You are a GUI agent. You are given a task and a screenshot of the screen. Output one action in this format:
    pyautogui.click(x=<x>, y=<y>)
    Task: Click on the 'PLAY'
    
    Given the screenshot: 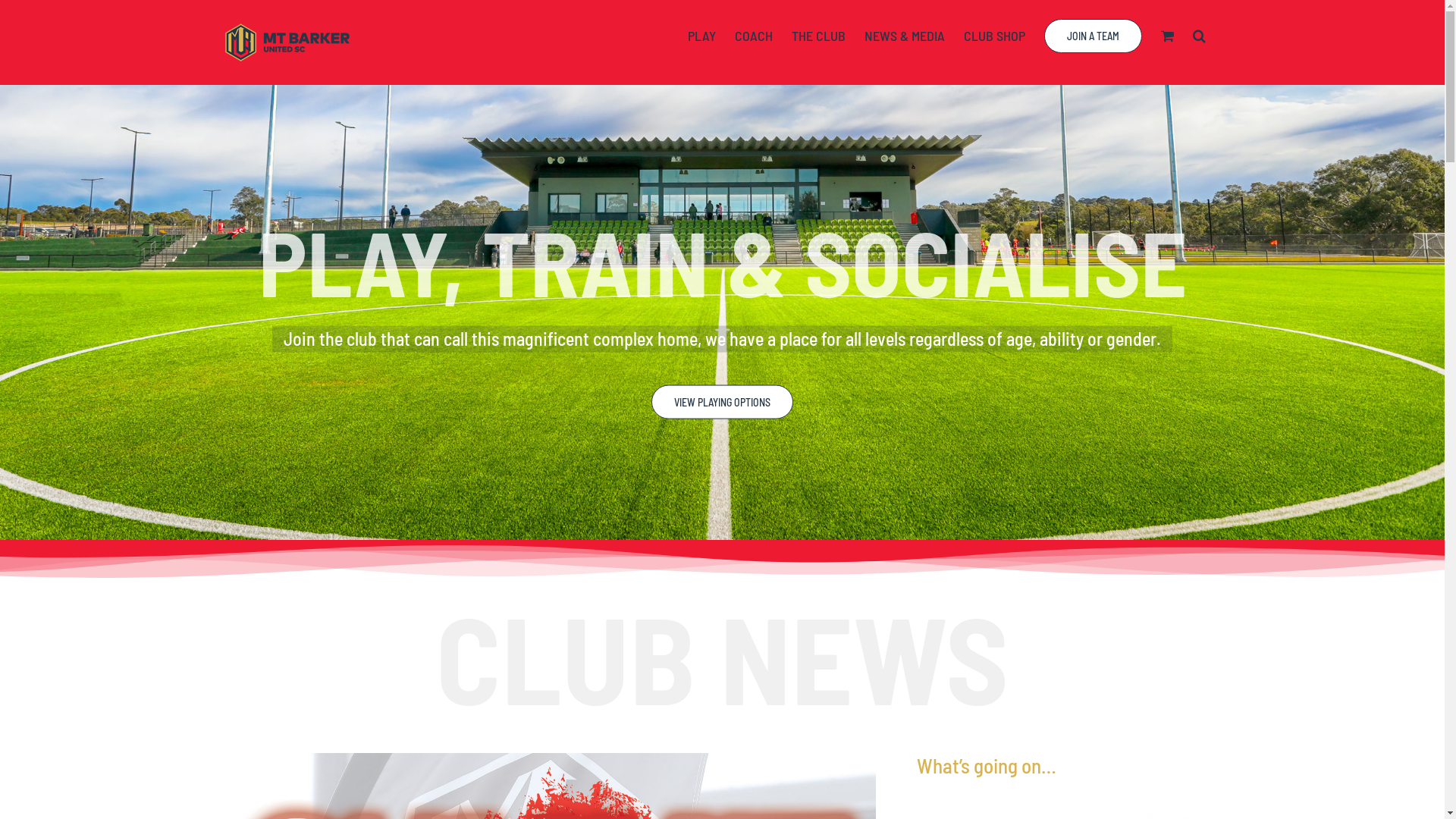 What is the action you would take?
    pyautogui.click(x=701, y=34)
    